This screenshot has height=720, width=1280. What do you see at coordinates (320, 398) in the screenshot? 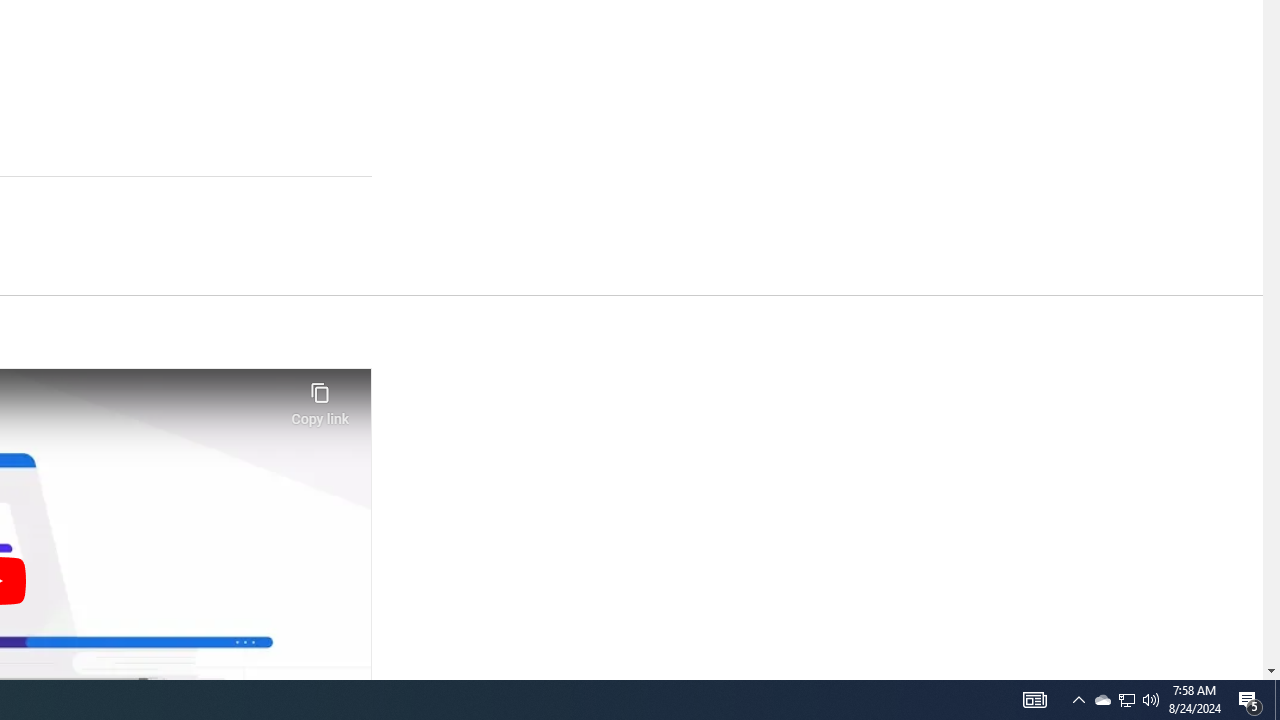
I see `'Copy link'` at bounding box center [320, 398].